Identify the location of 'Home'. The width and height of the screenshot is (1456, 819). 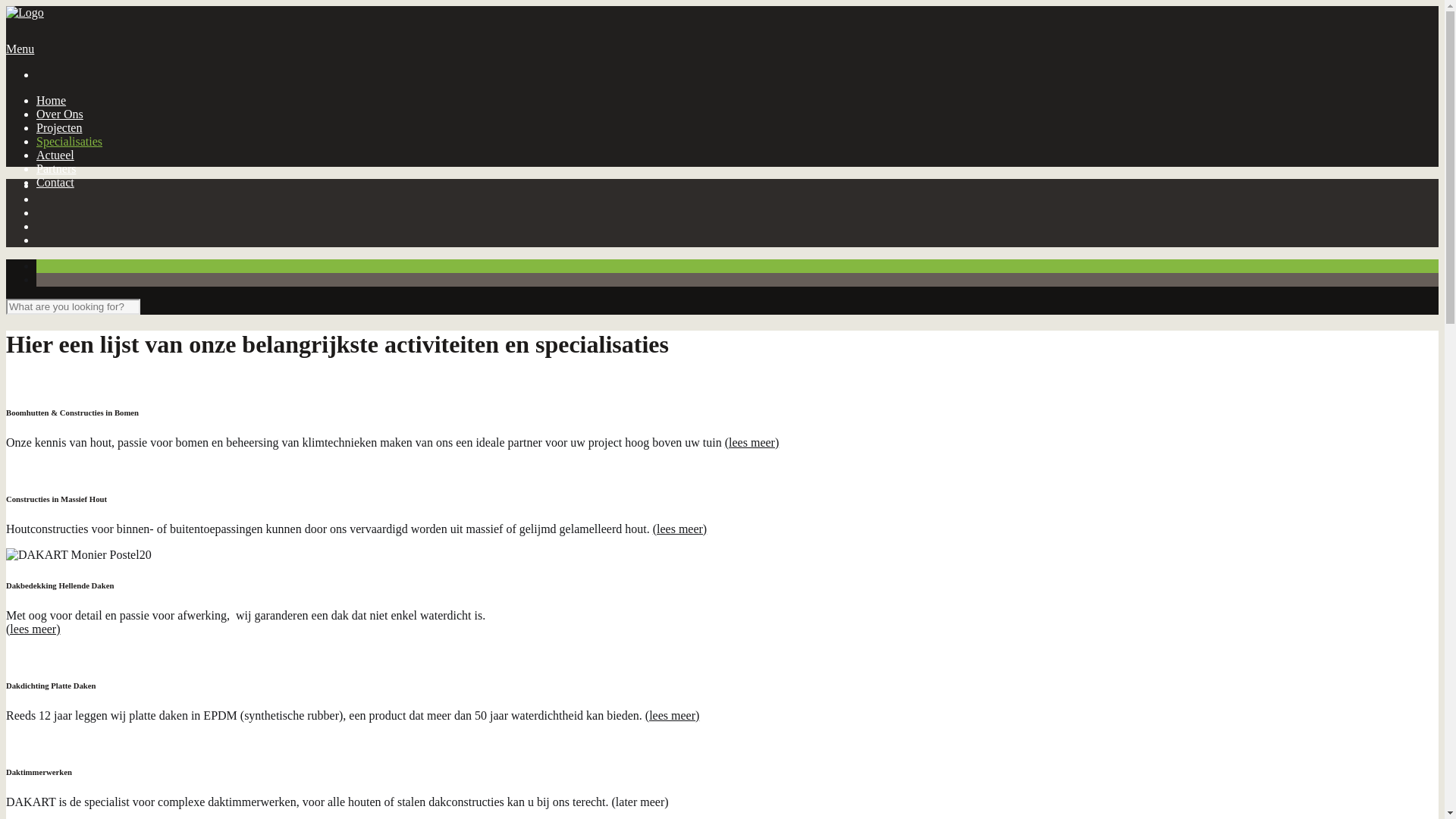
(51, 100).